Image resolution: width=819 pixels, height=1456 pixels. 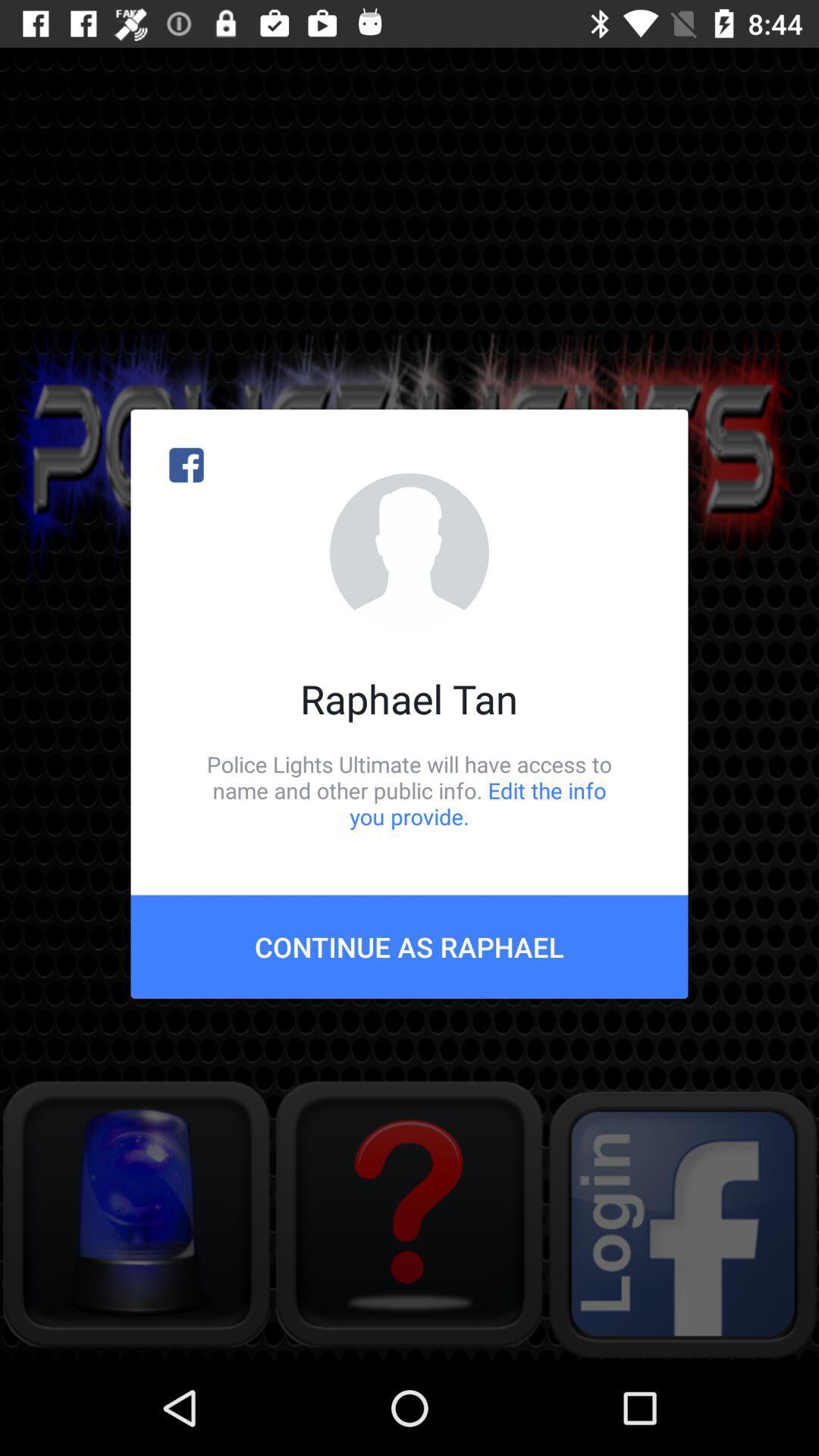 I want to click on the item below police lights ultimate item, so click(x=409, y=946).